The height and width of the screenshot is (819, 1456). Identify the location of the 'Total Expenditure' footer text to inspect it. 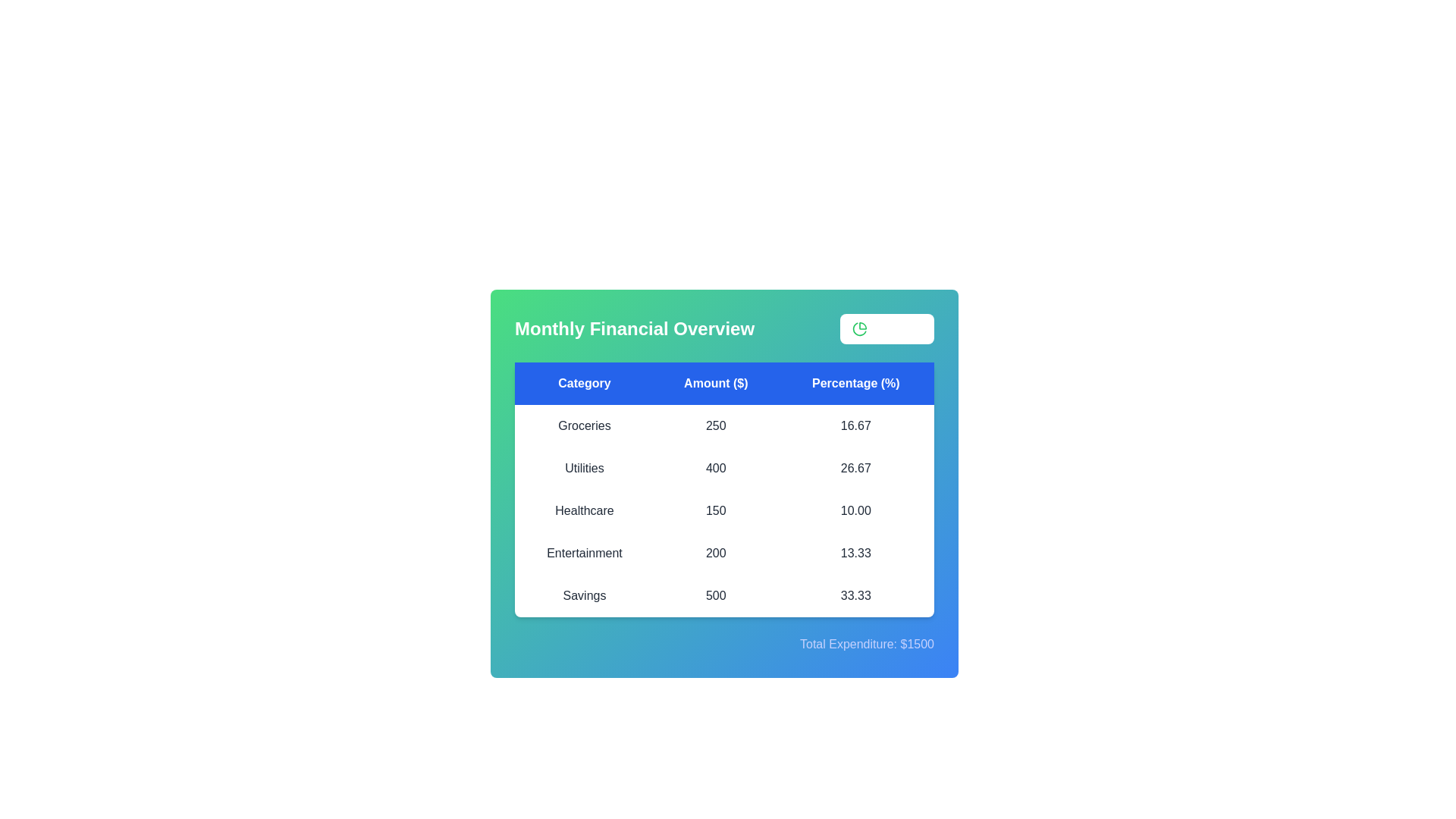
(723, 644).